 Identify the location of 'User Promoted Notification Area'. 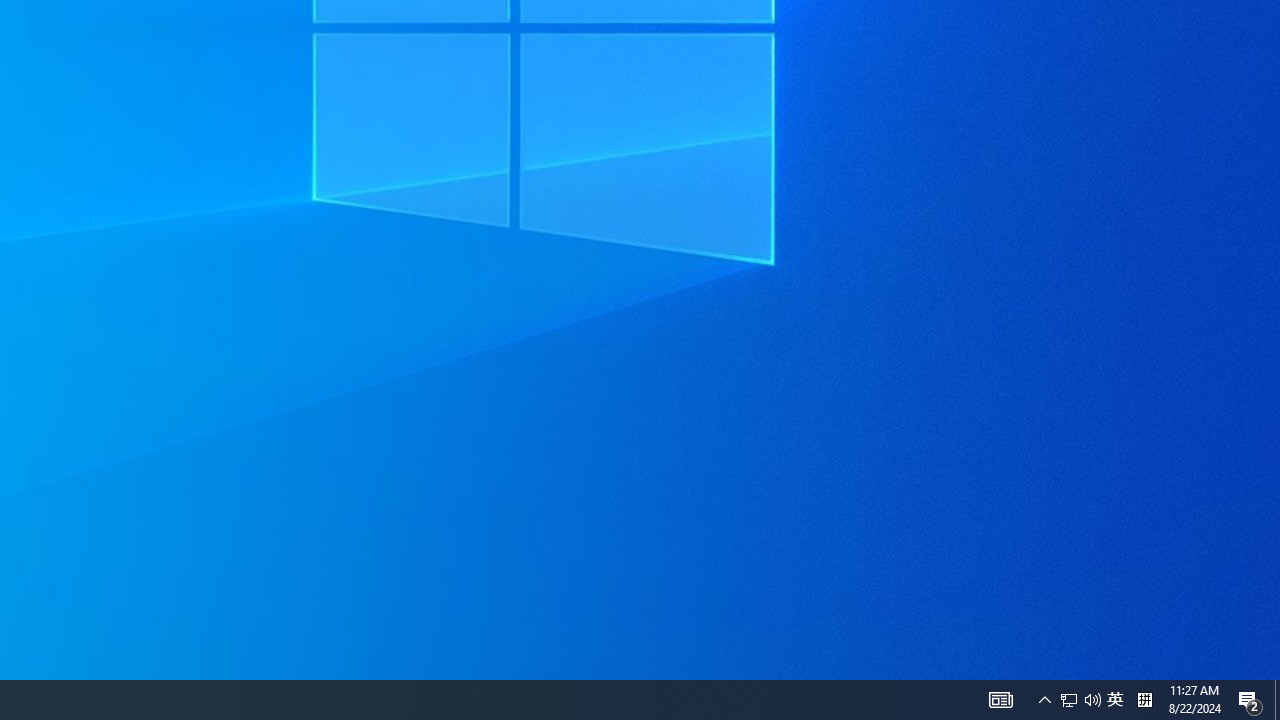
(1079, 698).